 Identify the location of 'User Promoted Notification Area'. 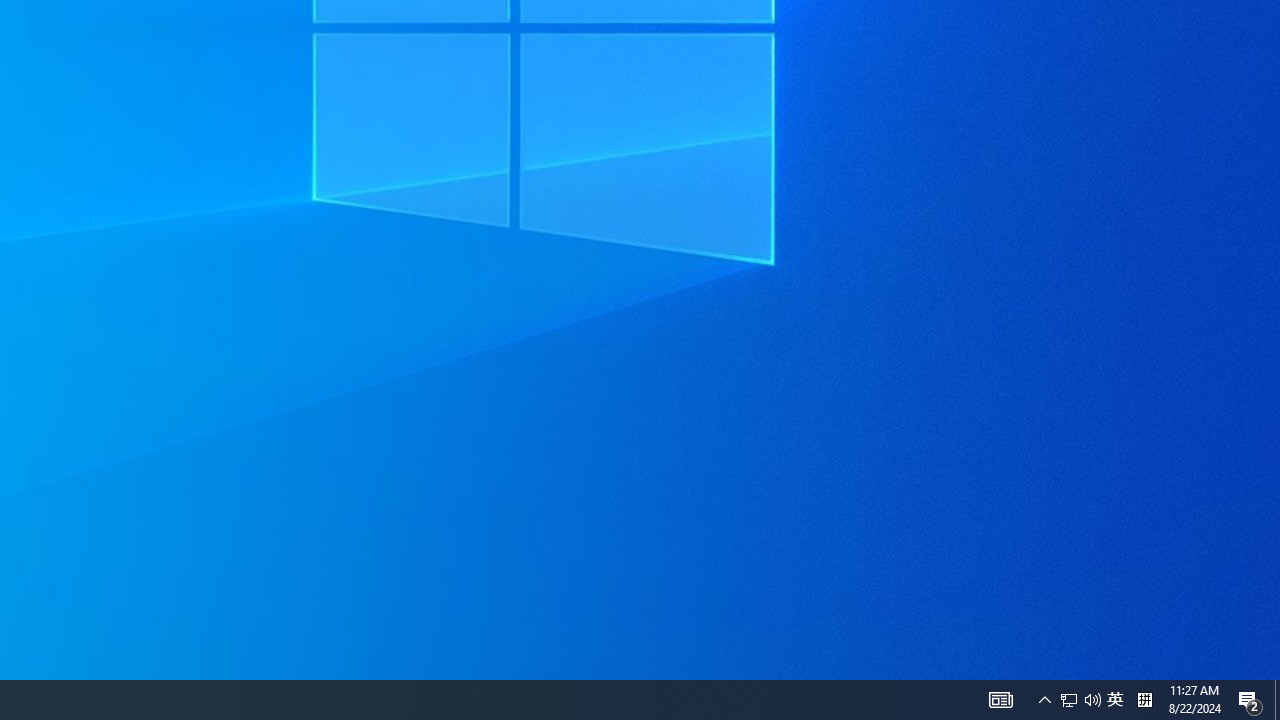
(1079, 698).